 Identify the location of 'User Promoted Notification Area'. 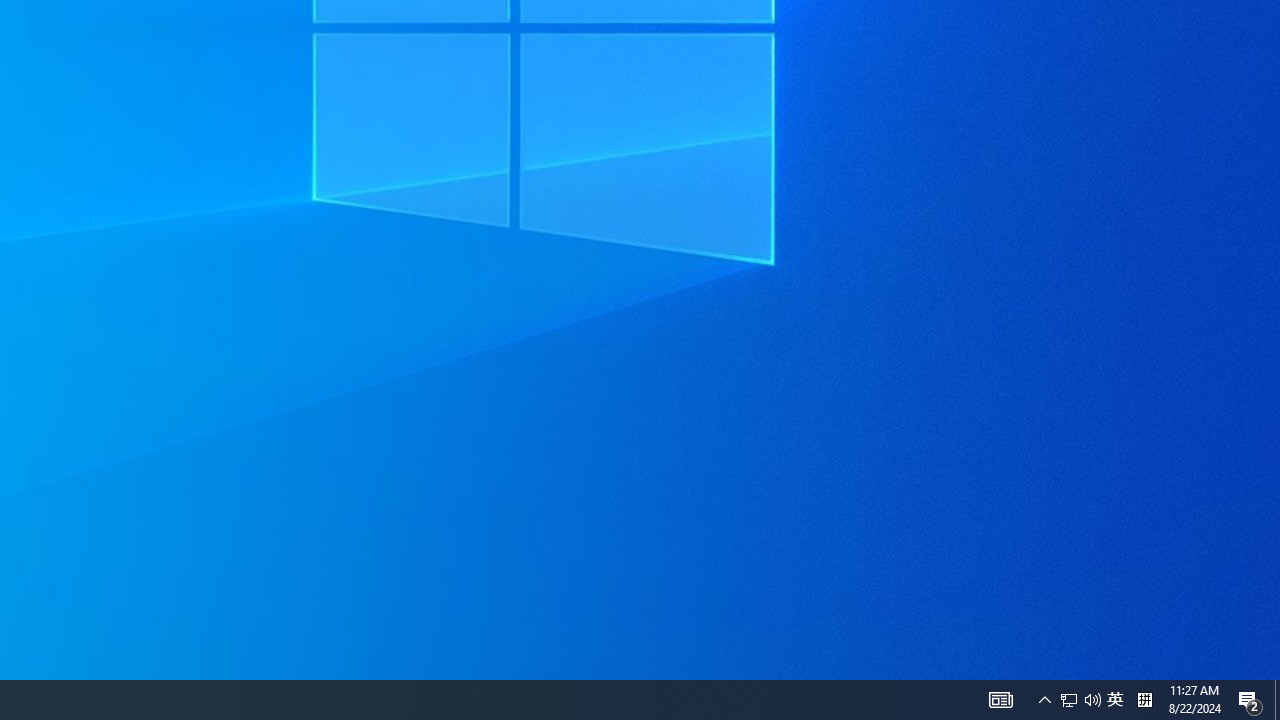
(1079, 698).